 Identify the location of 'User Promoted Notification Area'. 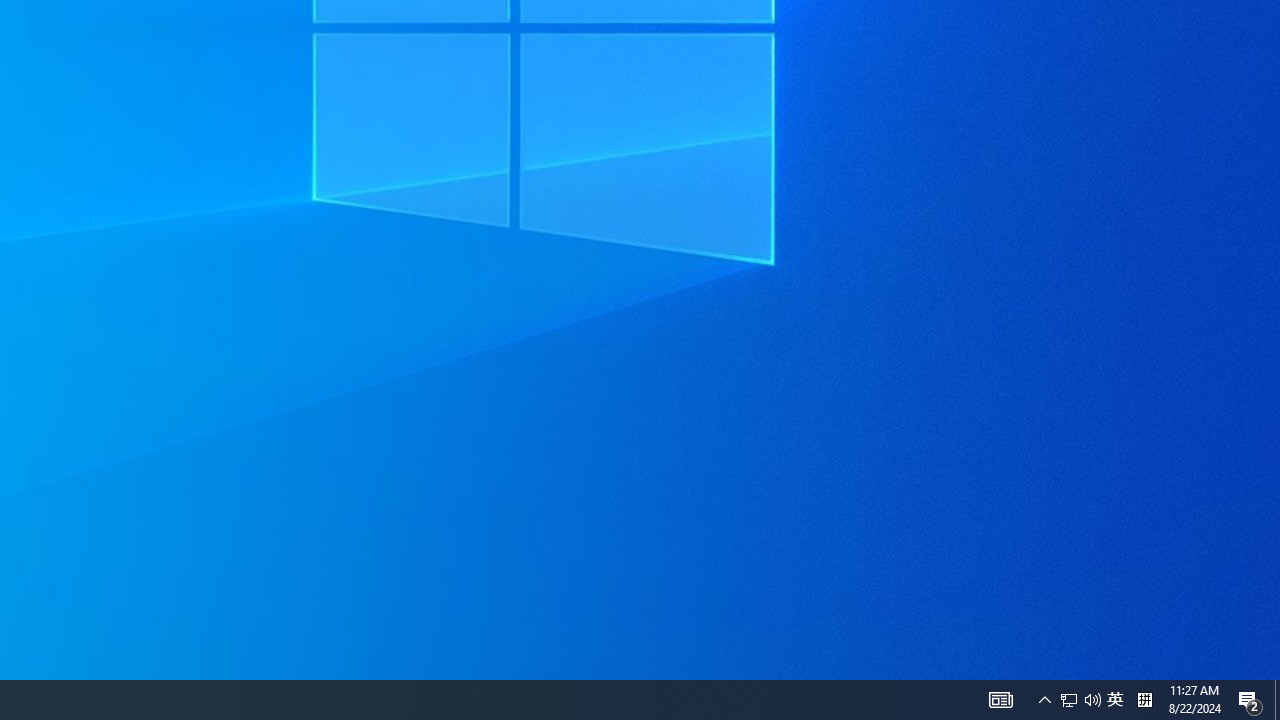
(1079, 698).